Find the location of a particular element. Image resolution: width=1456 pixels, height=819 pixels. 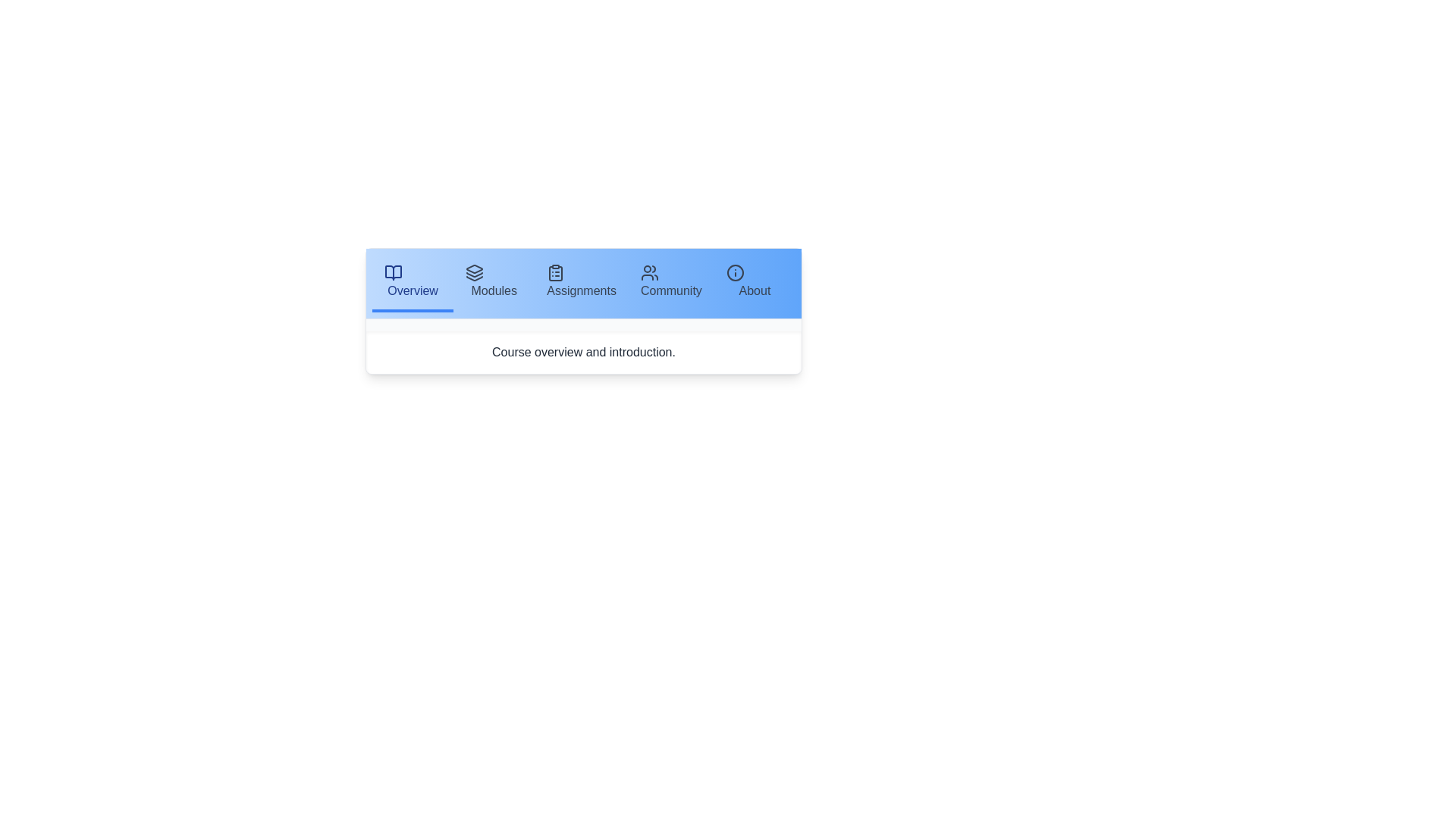

the 'Assignments' icon located centrally in the 'Assignments' tab of the navigation menu is located at coordinates (555, 271).